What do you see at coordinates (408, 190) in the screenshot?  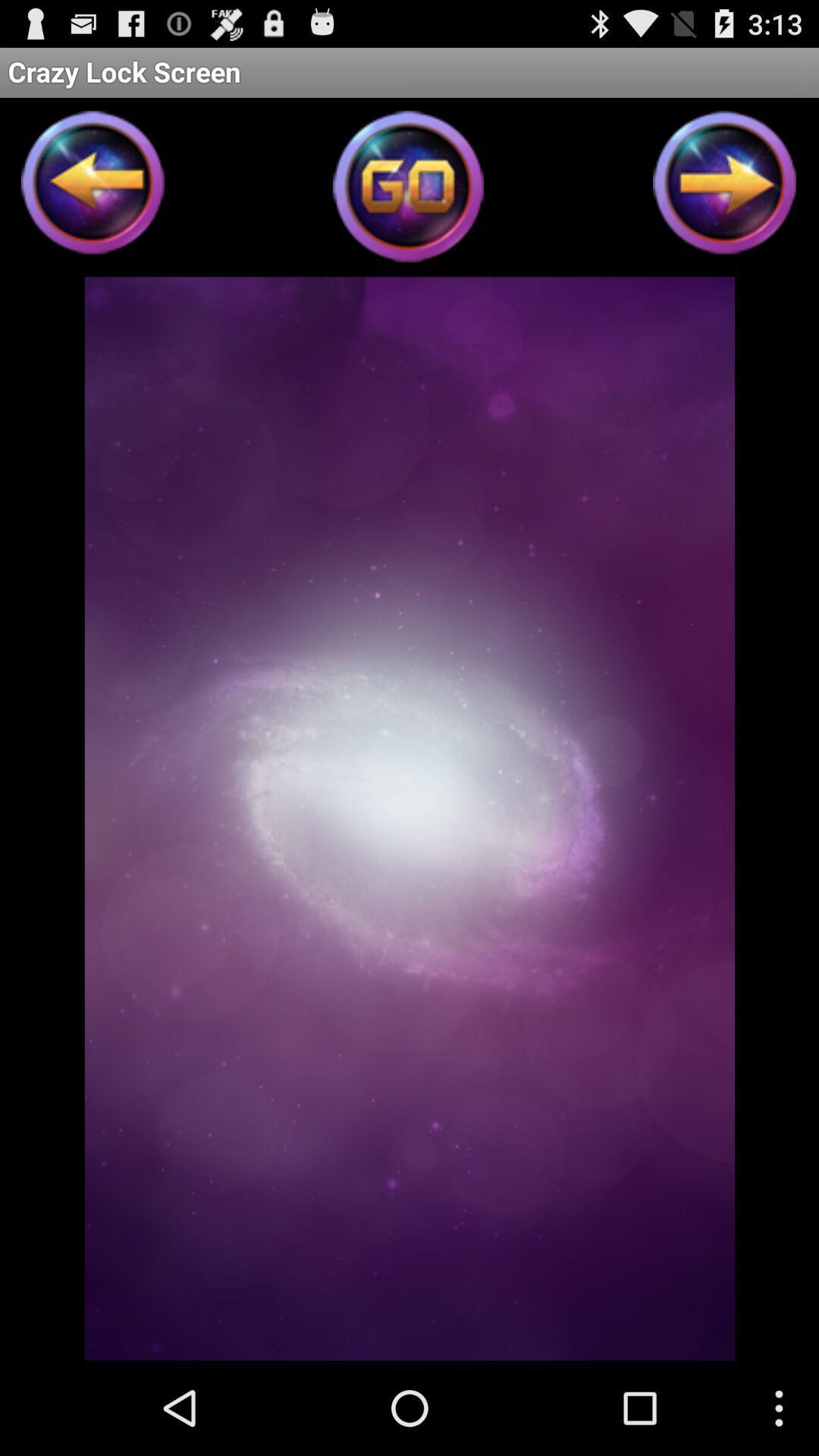 I see `go` at bounding box center [408, 190].